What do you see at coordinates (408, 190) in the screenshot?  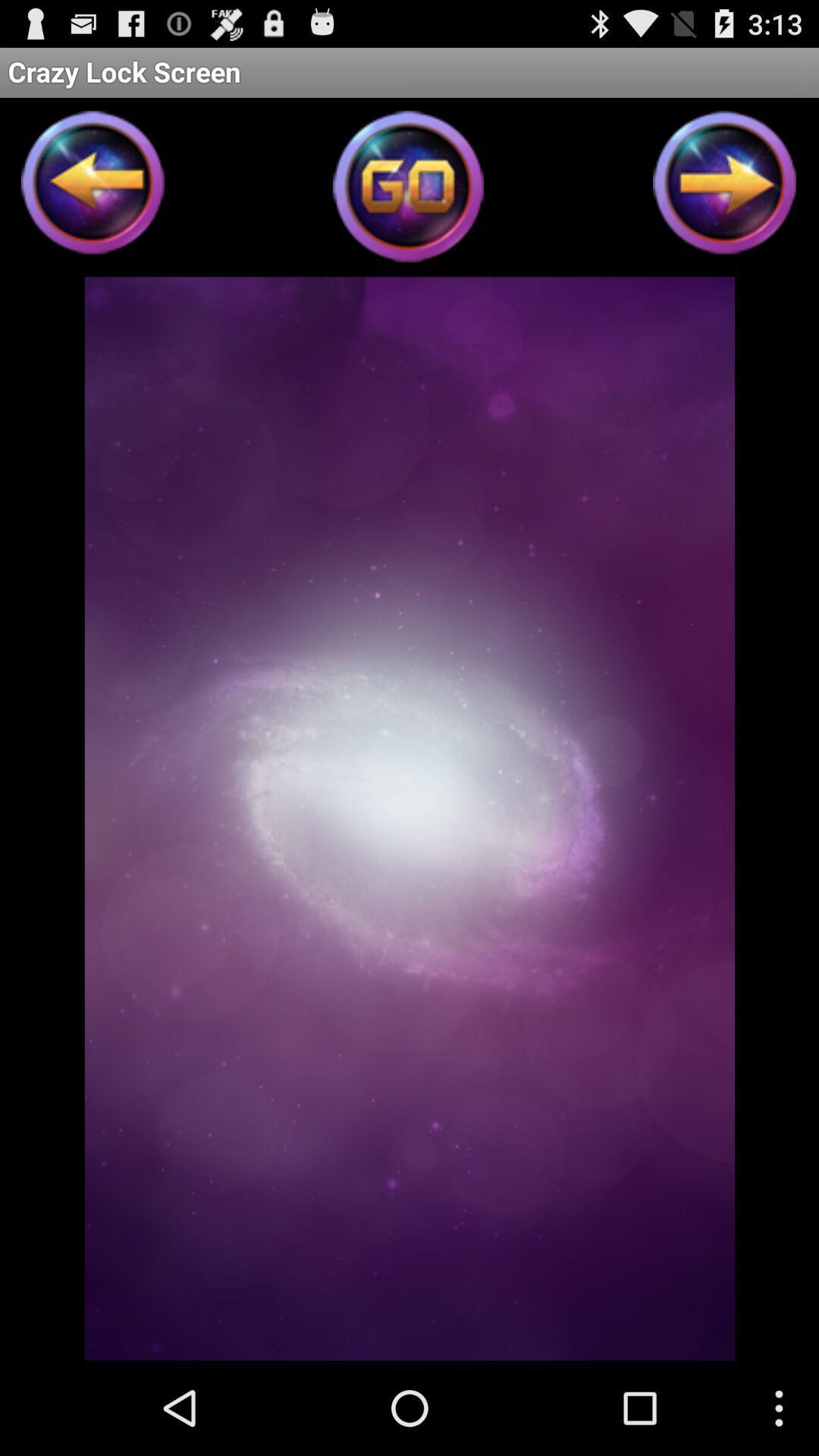 I see `go` at bounding box center [408, 190].